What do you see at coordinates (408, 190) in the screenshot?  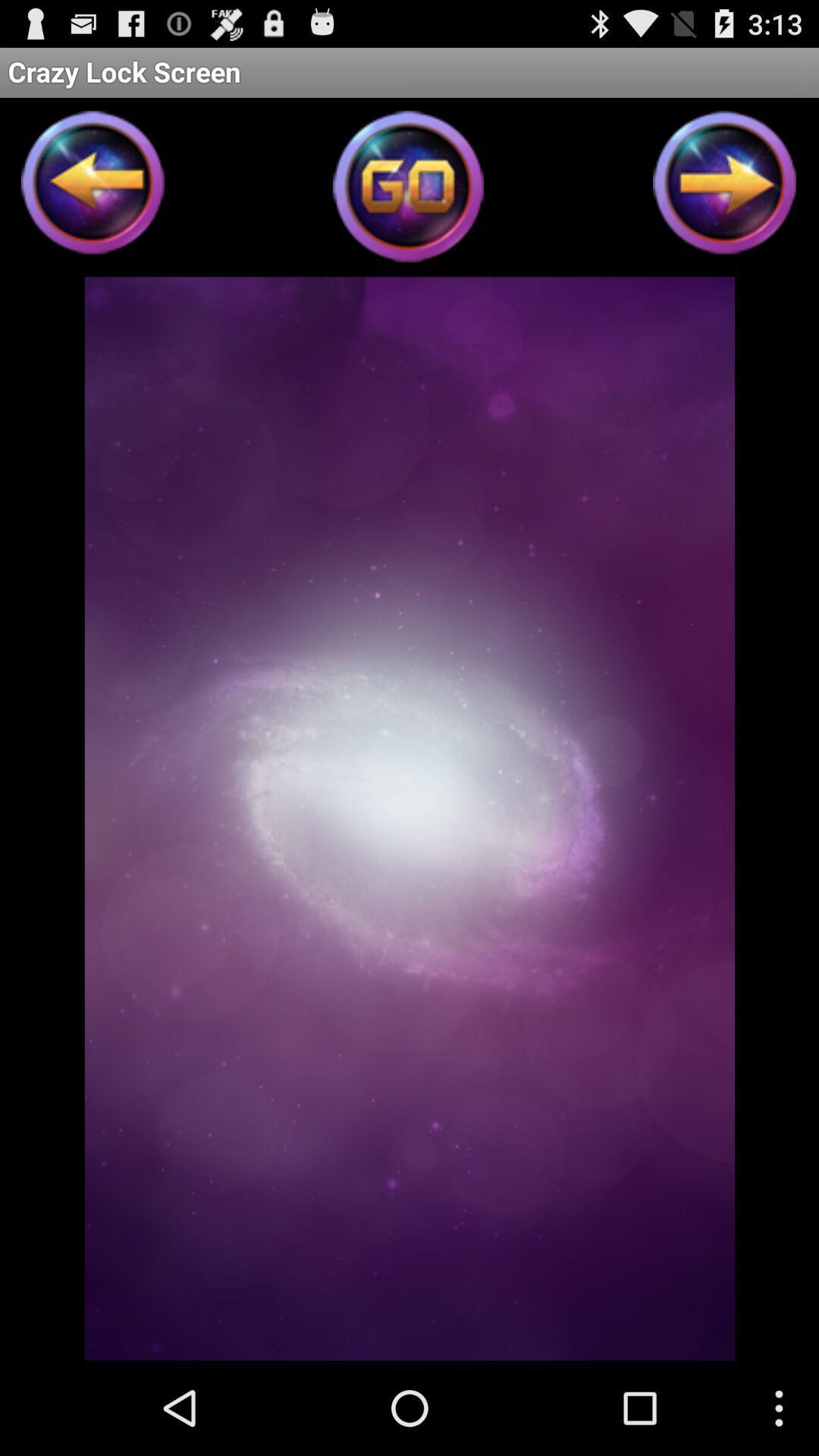 I see `go` at bounding box center [408, 190].